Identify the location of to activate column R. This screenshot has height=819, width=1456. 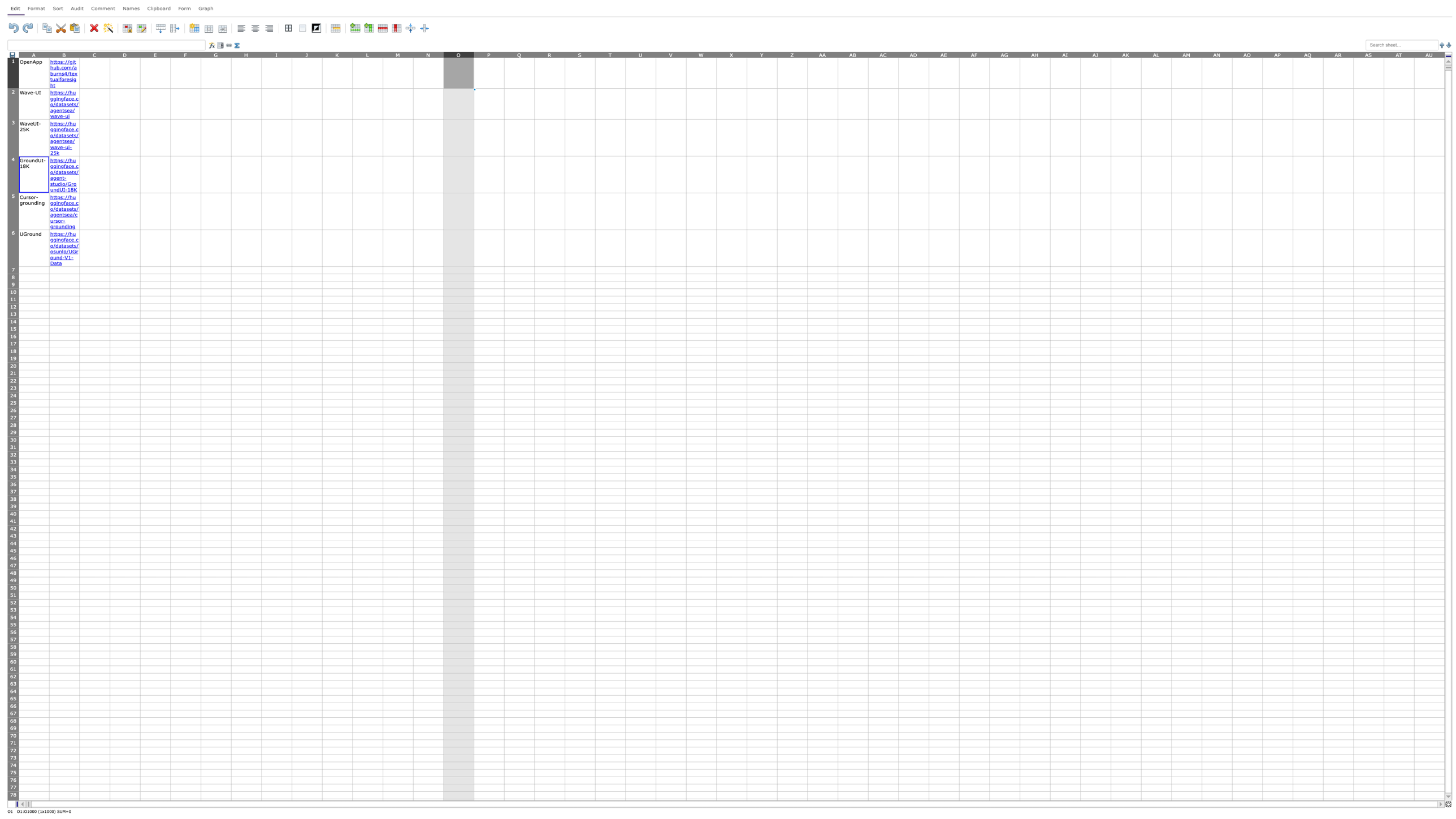
(549, 54).